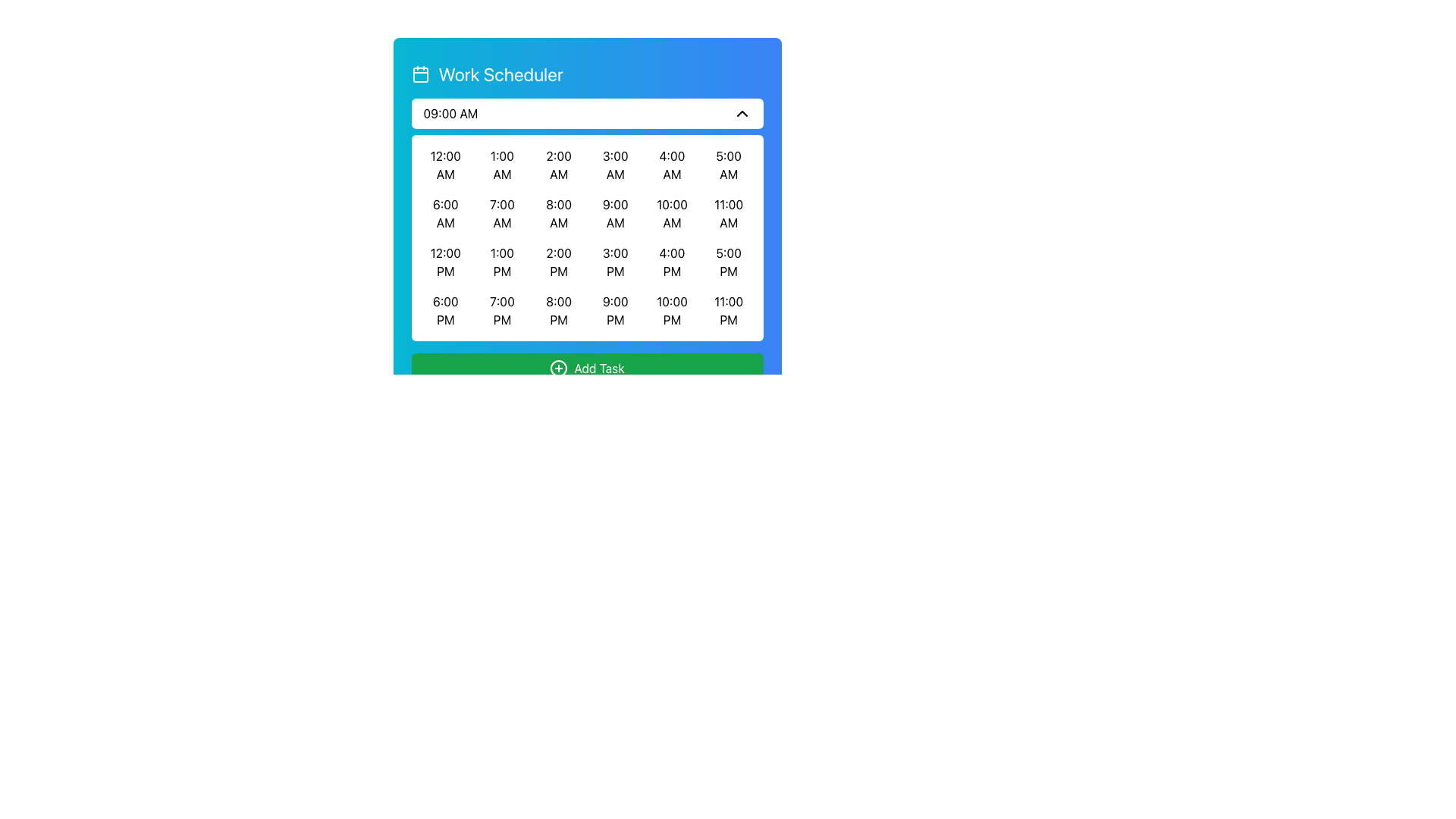 The height and width of the screenshot is (819, 1456). I want to click on the '12:00 AM' button located at the top-left corner of the time picker grid, so click(444, 165).